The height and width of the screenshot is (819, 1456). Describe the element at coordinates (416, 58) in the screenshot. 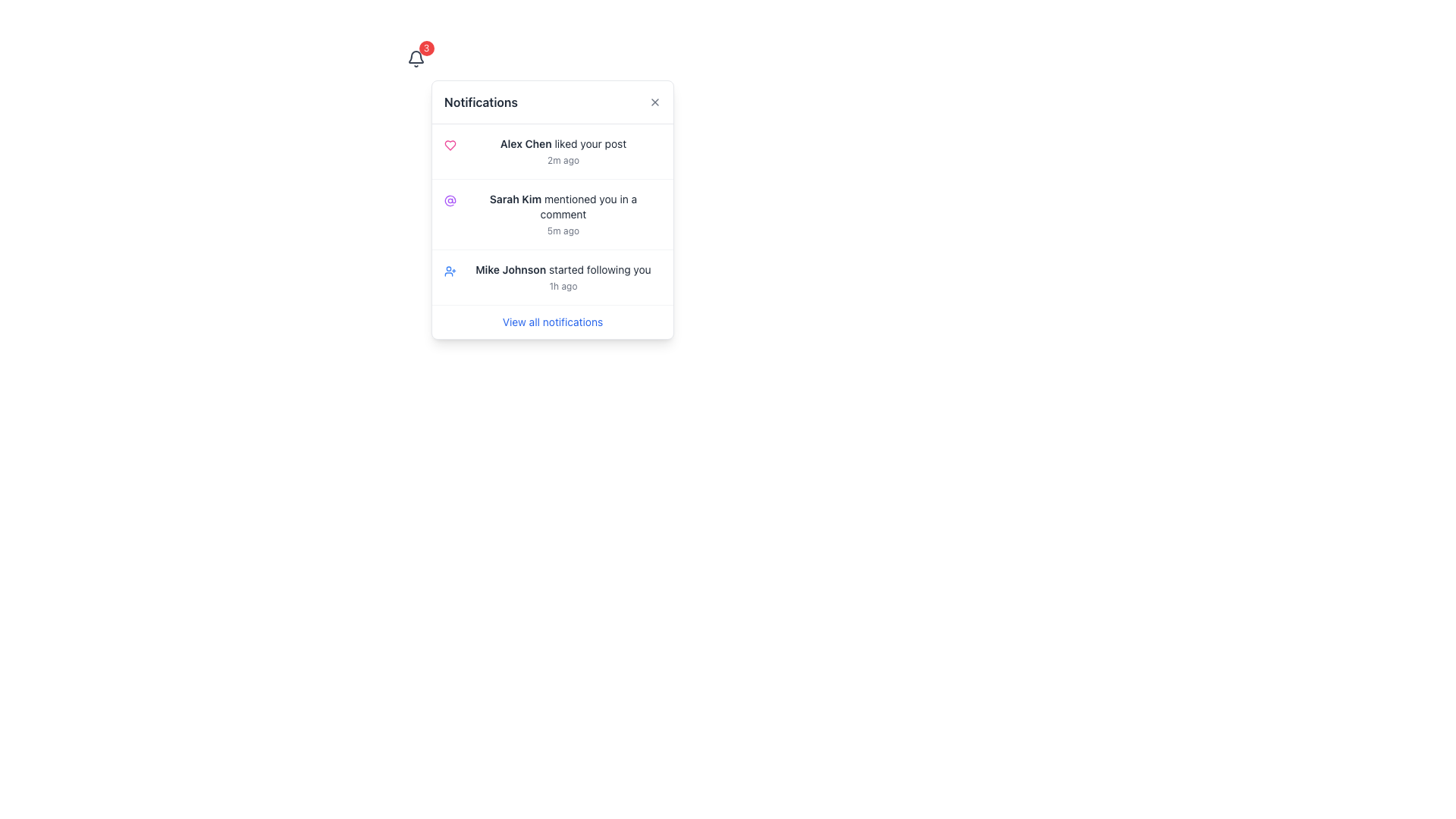

I see `the bell icon with a red badge displaying the number '3' from its current position` at that location.